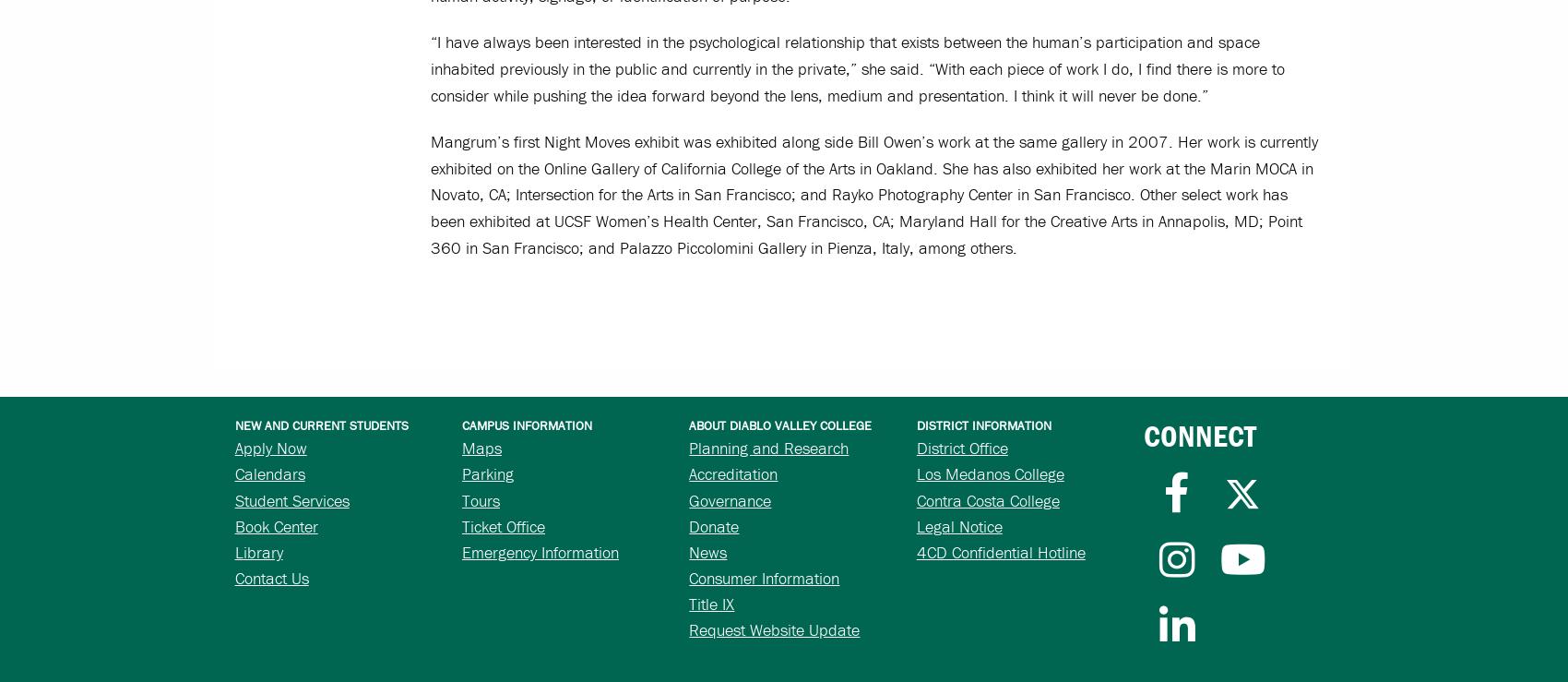 This screenshot has width=1568, height=682. What do you see at coordinates (729, 498) in the screenshot?
I see `'Governance'` at bounding box center [729, 498].